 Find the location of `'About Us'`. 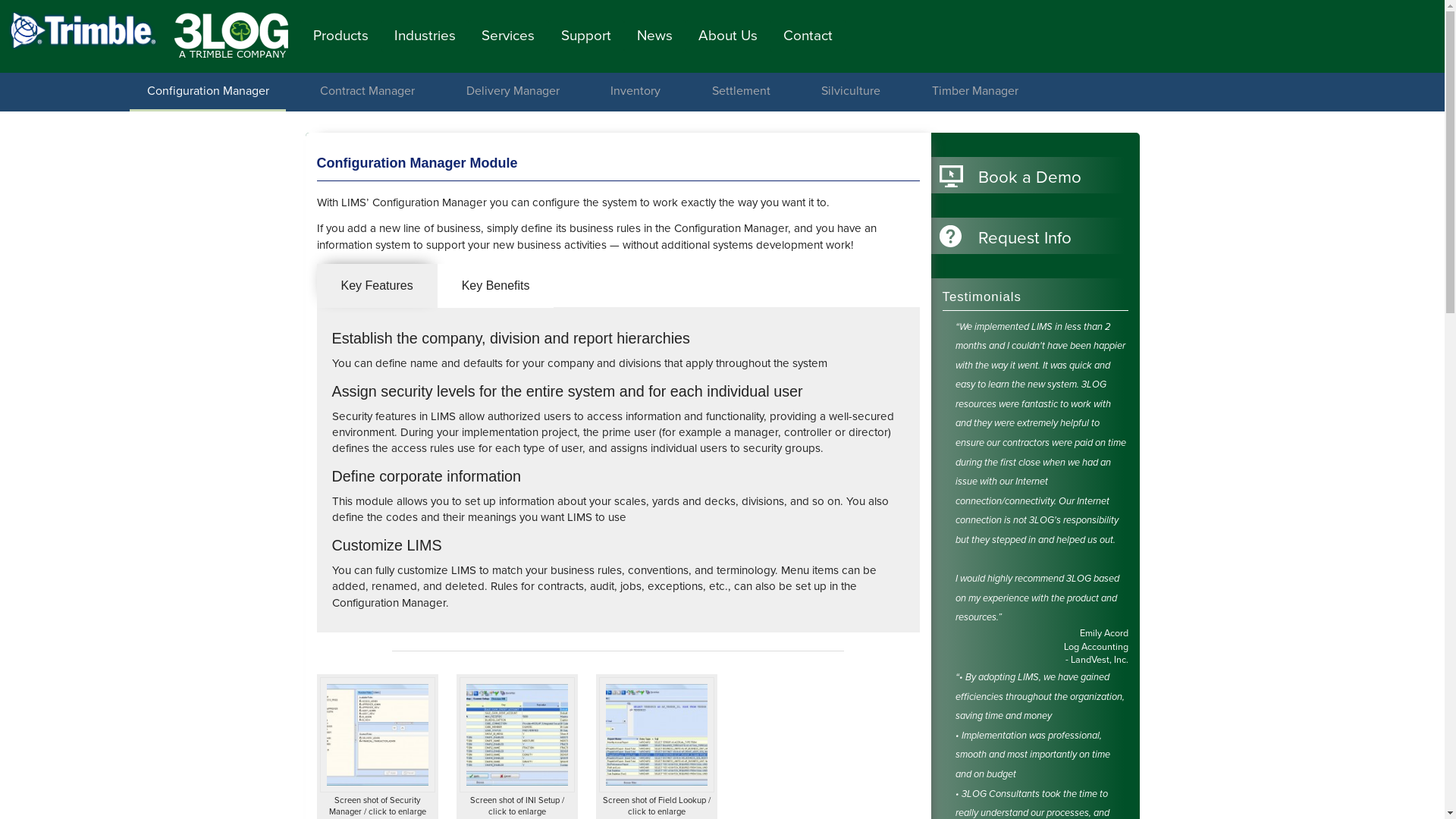

'About Us' is located at coordinates (728, 35).